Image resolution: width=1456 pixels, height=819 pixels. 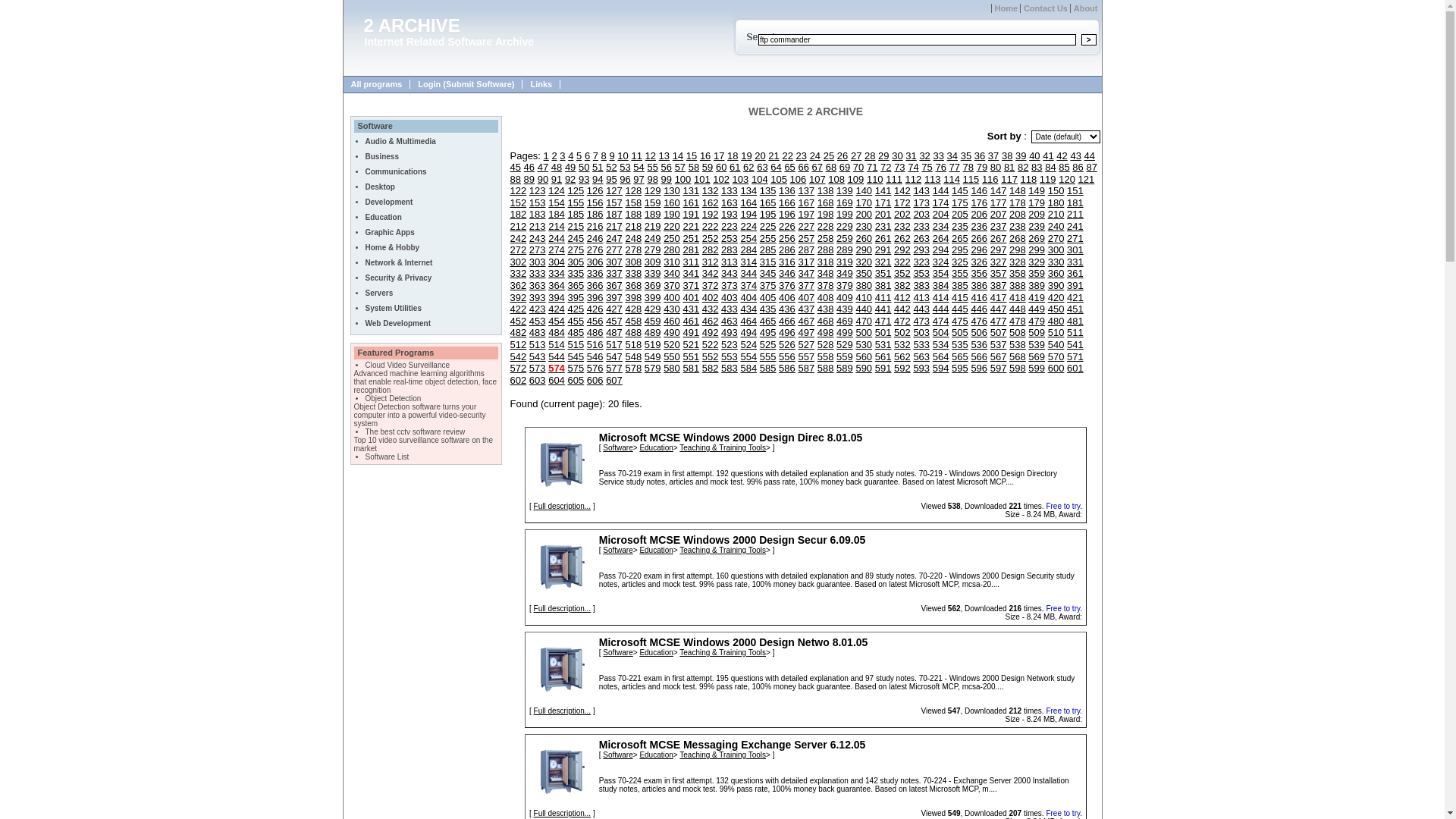 What do you see at coordinates (538, 297) in the screenshot?
I see `'393'` at bounding box center [538, 297].